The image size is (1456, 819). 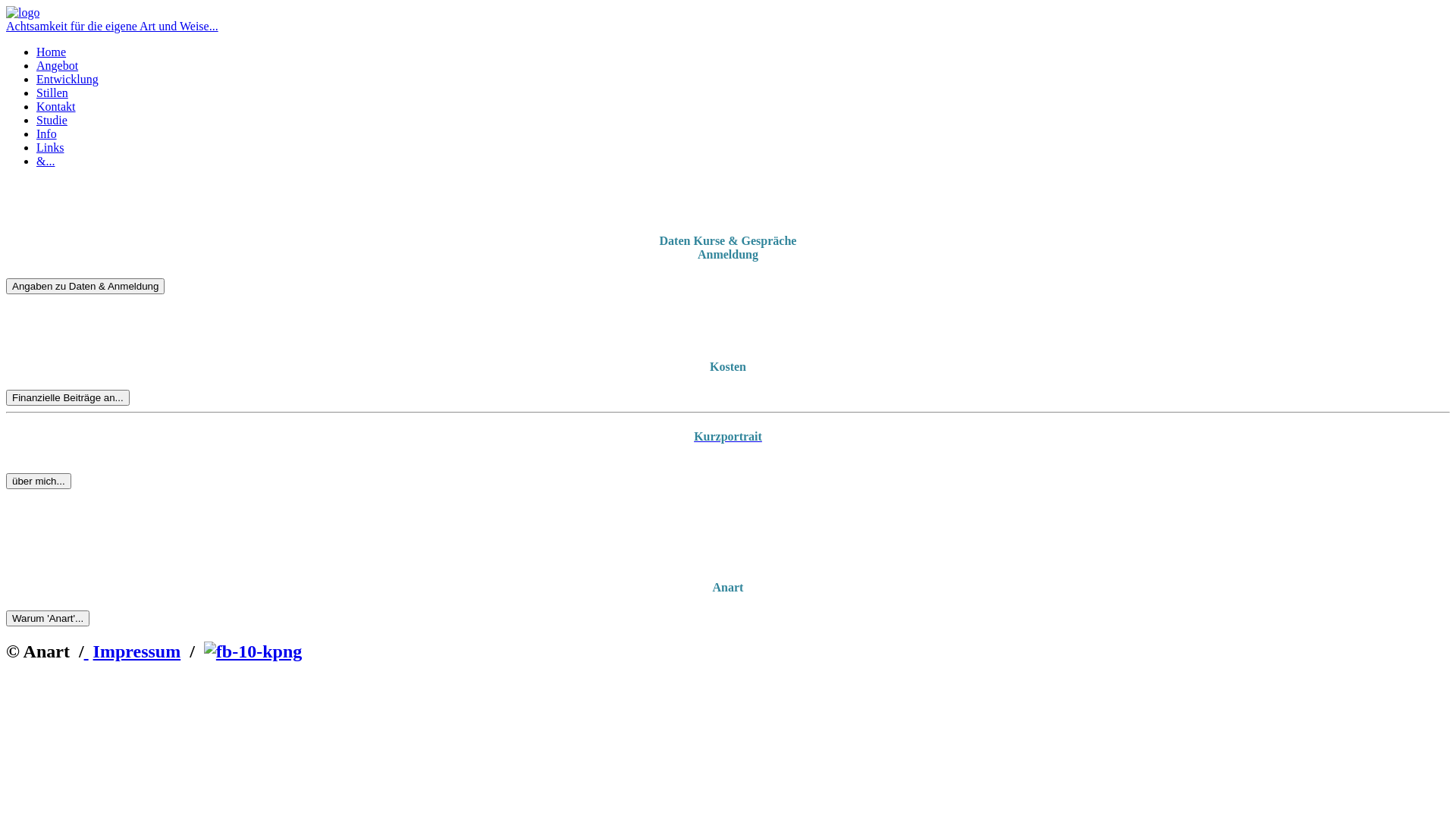 What do you see at coordinates (52, 119) in the screenshot?
I see `'Studie'` at bounding box center [52, 119].